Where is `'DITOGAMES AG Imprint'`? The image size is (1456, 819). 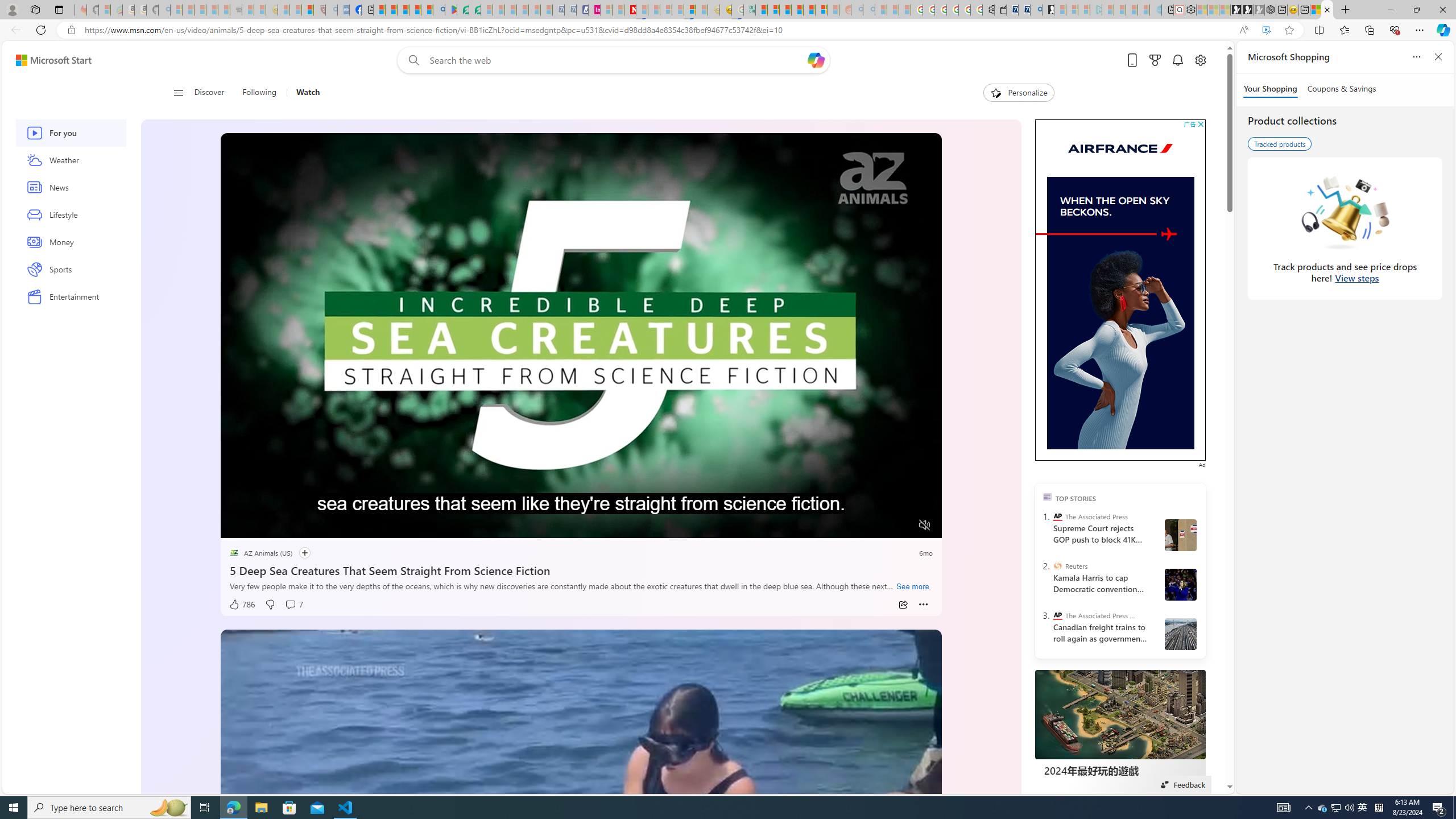
'DITOGAMES AG Imprint' is located at coordinates (748, 9).